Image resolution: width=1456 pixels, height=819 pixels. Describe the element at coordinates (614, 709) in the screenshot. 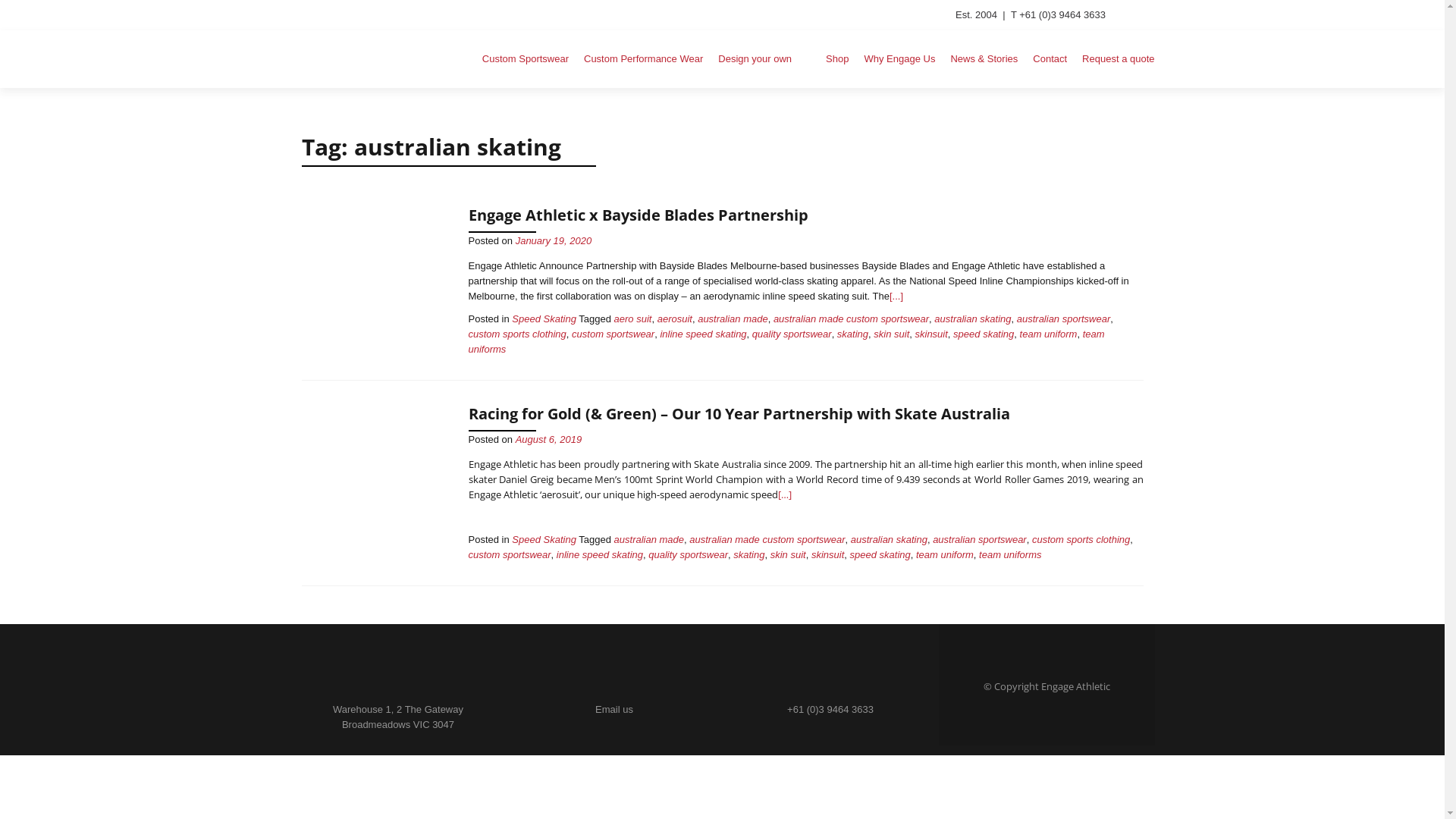

I see `'Email us'` at that location.